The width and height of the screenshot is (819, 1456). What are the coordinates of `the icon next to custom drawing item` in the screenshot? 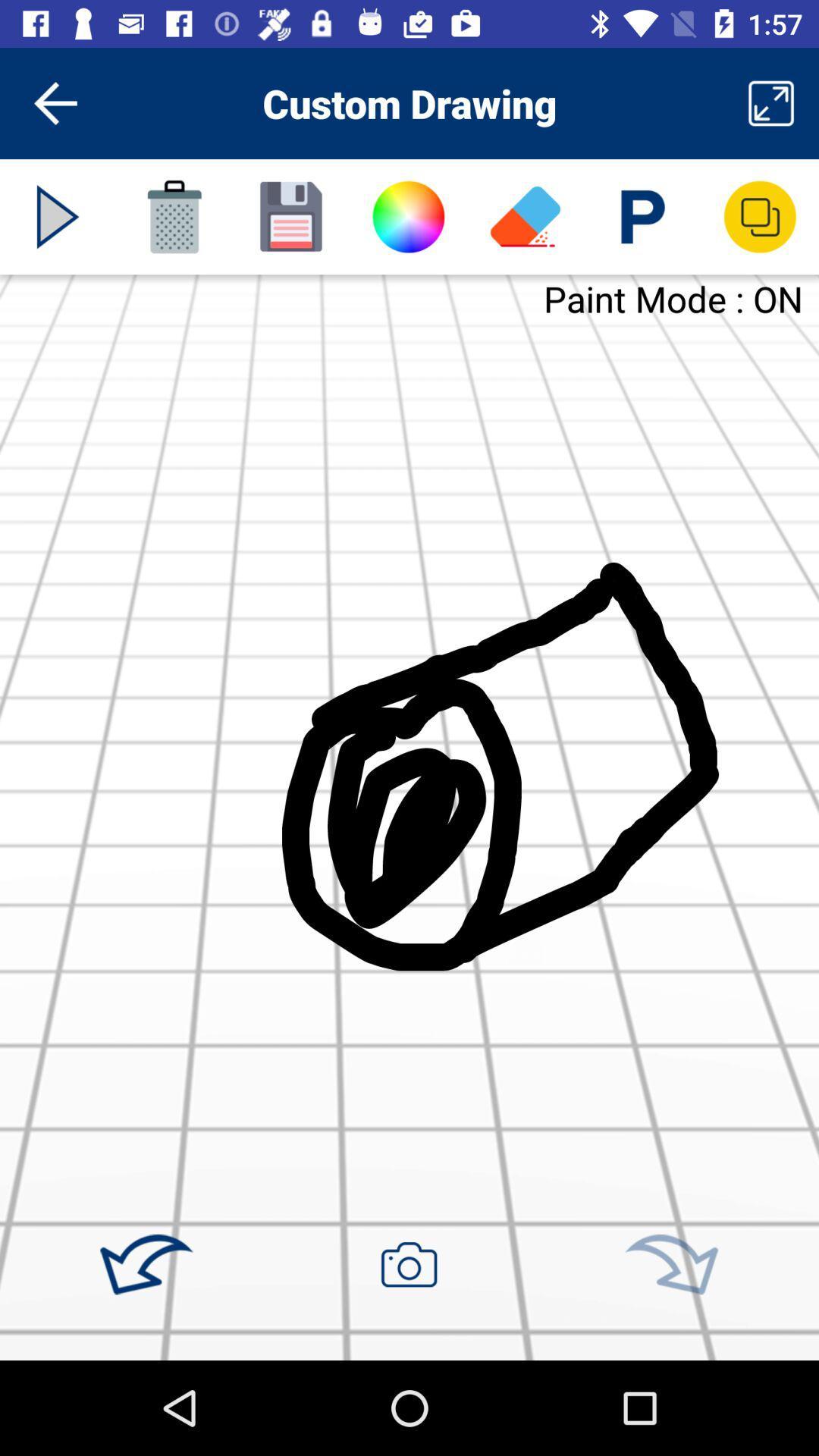 It's located at (55, 102).